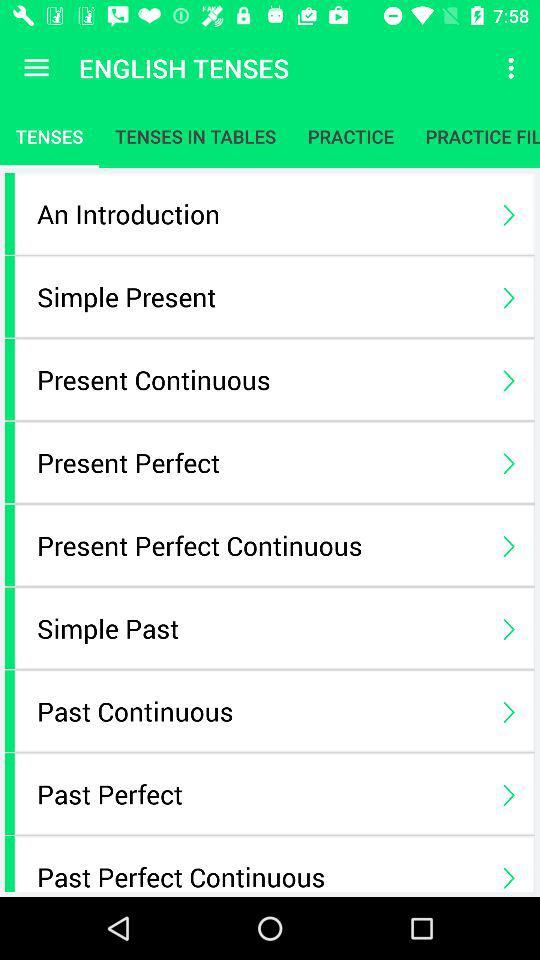 This screenshot has height=960, width=540. What do you see at coordinates (259, 213) in the screenshot?
I see `the item above the simple present` at bounding box center [259, 213].